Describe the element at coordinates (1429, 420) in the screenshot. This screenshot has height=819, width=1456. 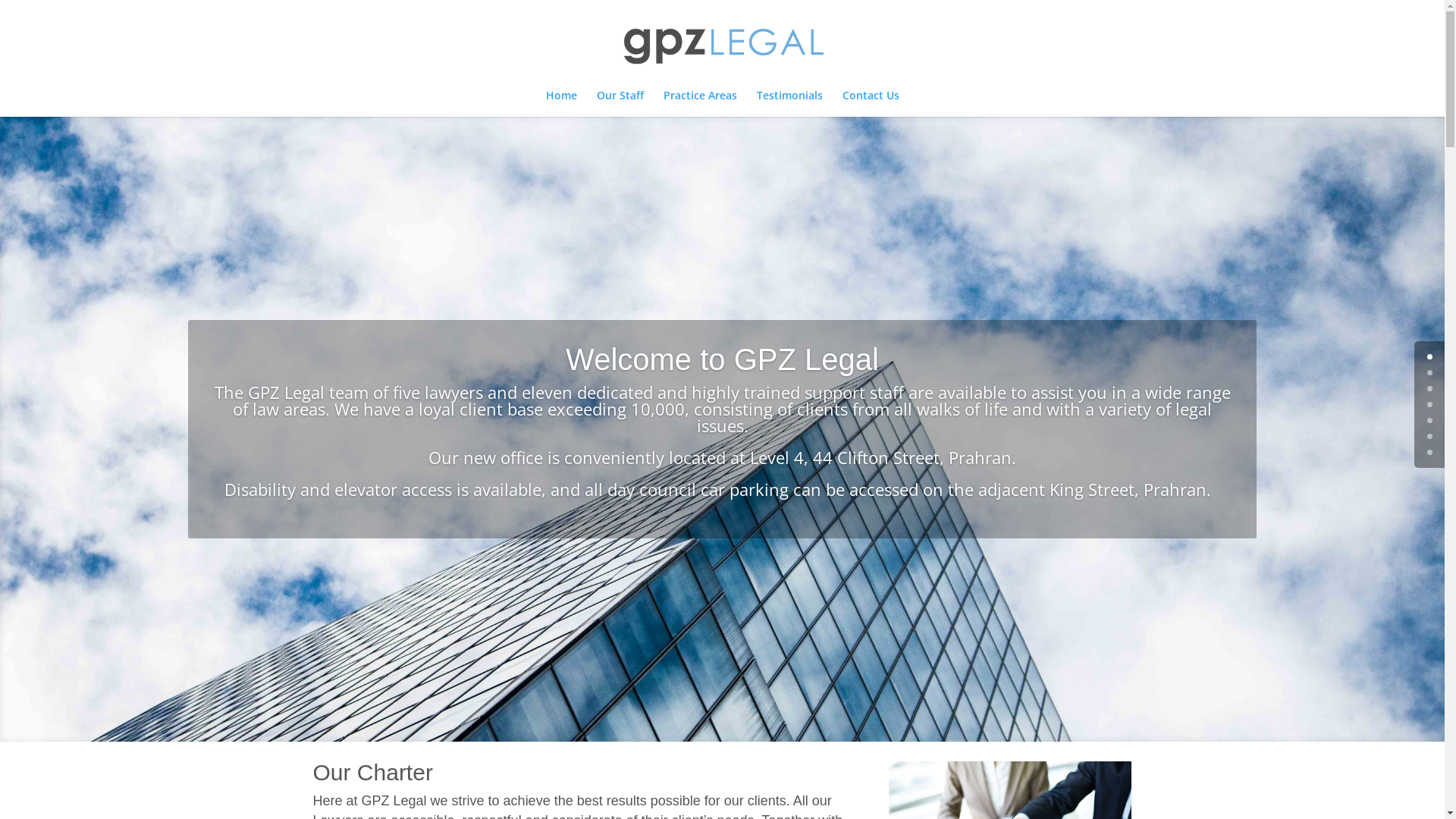
I see `'4'` at that location.